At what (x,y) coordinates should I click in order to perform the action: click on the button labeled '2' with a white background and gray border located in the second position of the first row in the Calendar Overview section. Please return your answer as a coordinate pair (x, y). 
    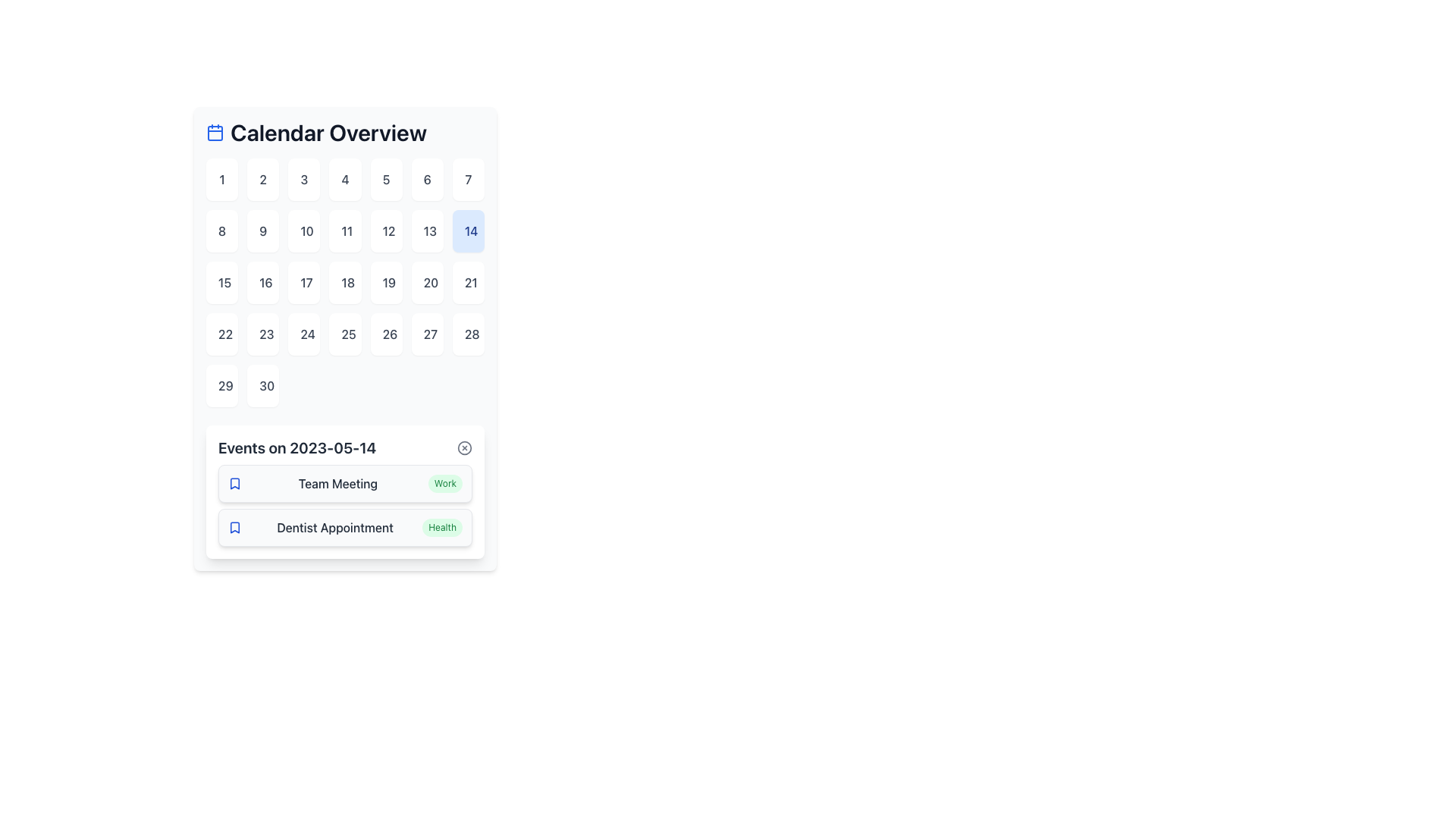
    Looking at the image, I should click on (263, 178).